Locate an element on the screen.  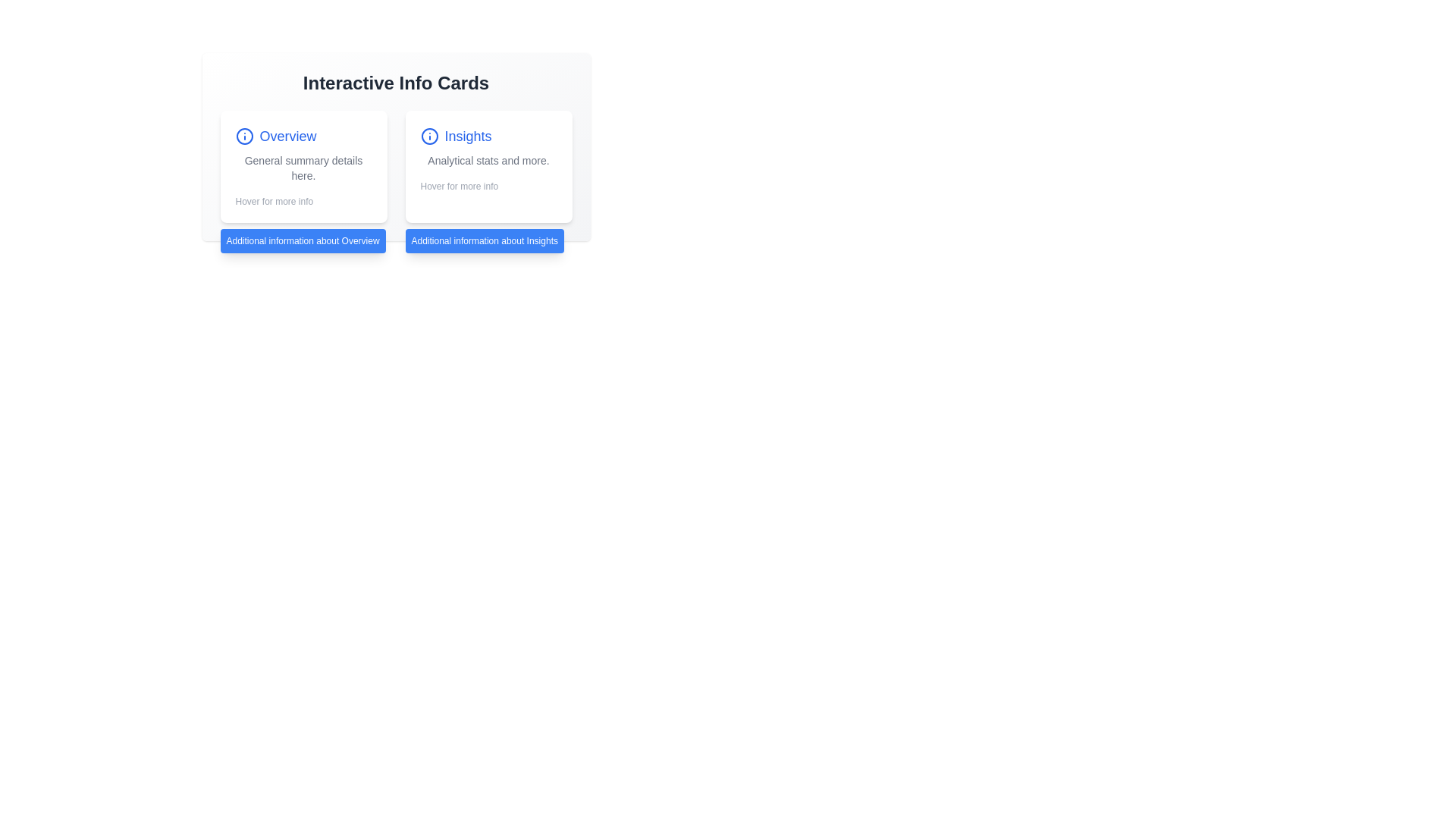
text that provides a general summary related to the 'Overview' section, positioned in the center area of the left card beneath the 'Overview' header is located at coordinates (303, 168).